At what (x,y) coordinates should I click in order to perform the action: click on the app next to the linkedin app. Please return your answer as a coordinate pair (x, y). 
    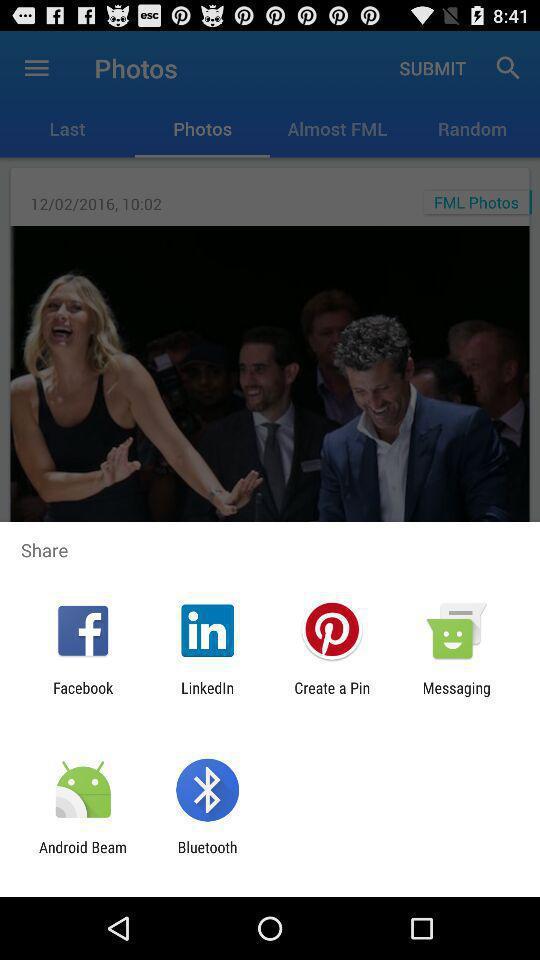
    Looking at the image, I should click on (332, 696).